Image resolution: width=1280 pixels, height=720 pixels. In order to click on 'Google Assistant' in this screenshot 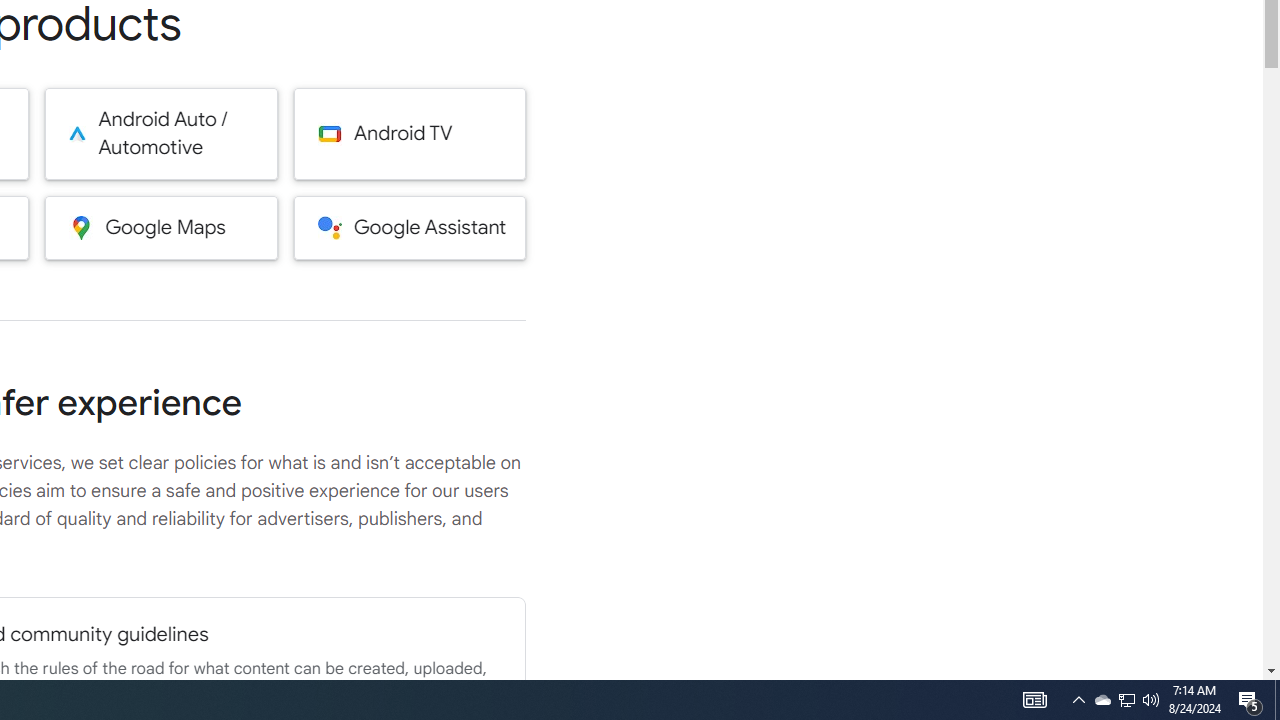, I will do `click(409, 226)`.